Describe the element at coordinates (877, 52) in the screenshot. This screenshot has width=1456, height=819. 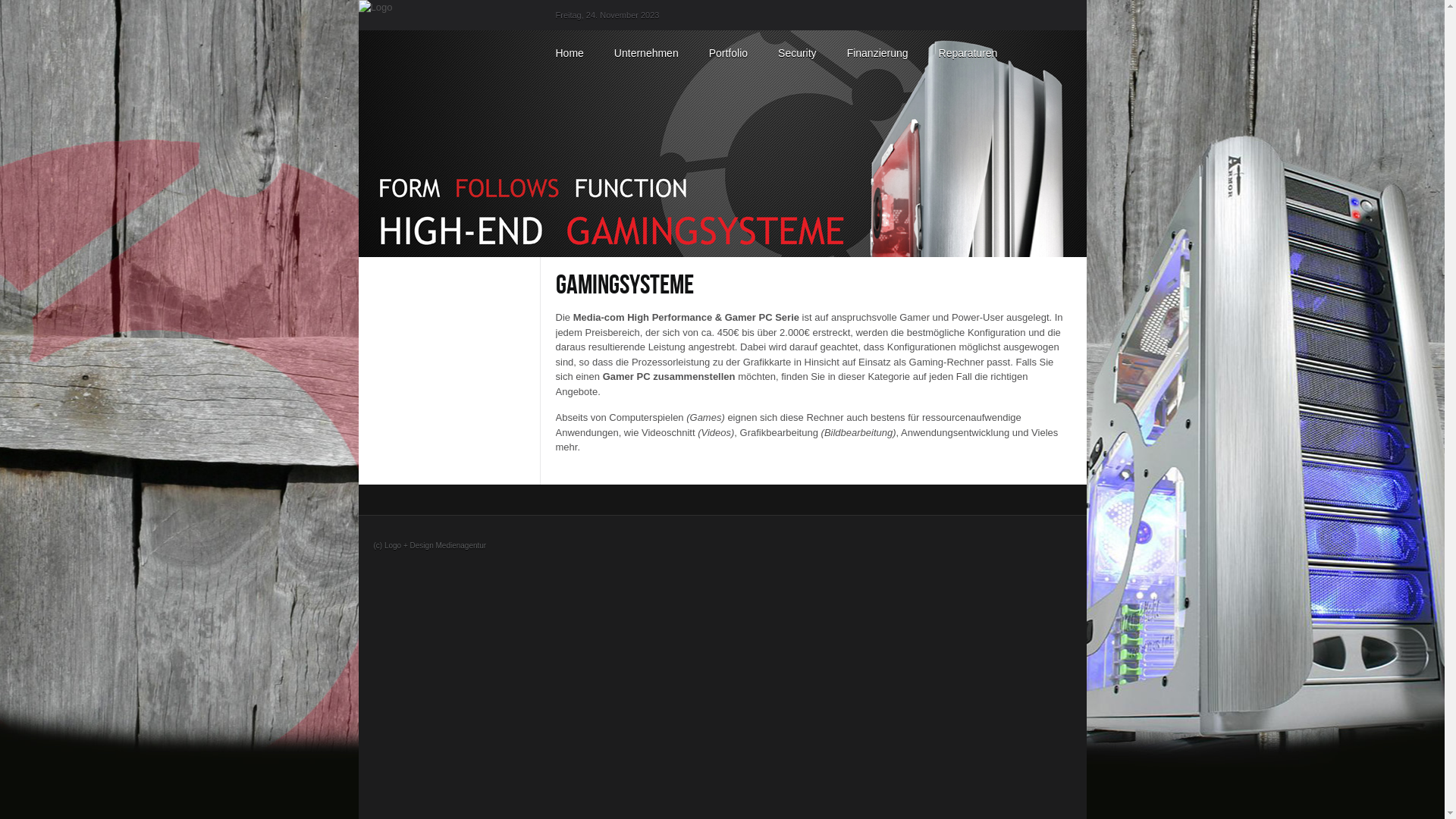
I see `'Finanzierung'` at that location.